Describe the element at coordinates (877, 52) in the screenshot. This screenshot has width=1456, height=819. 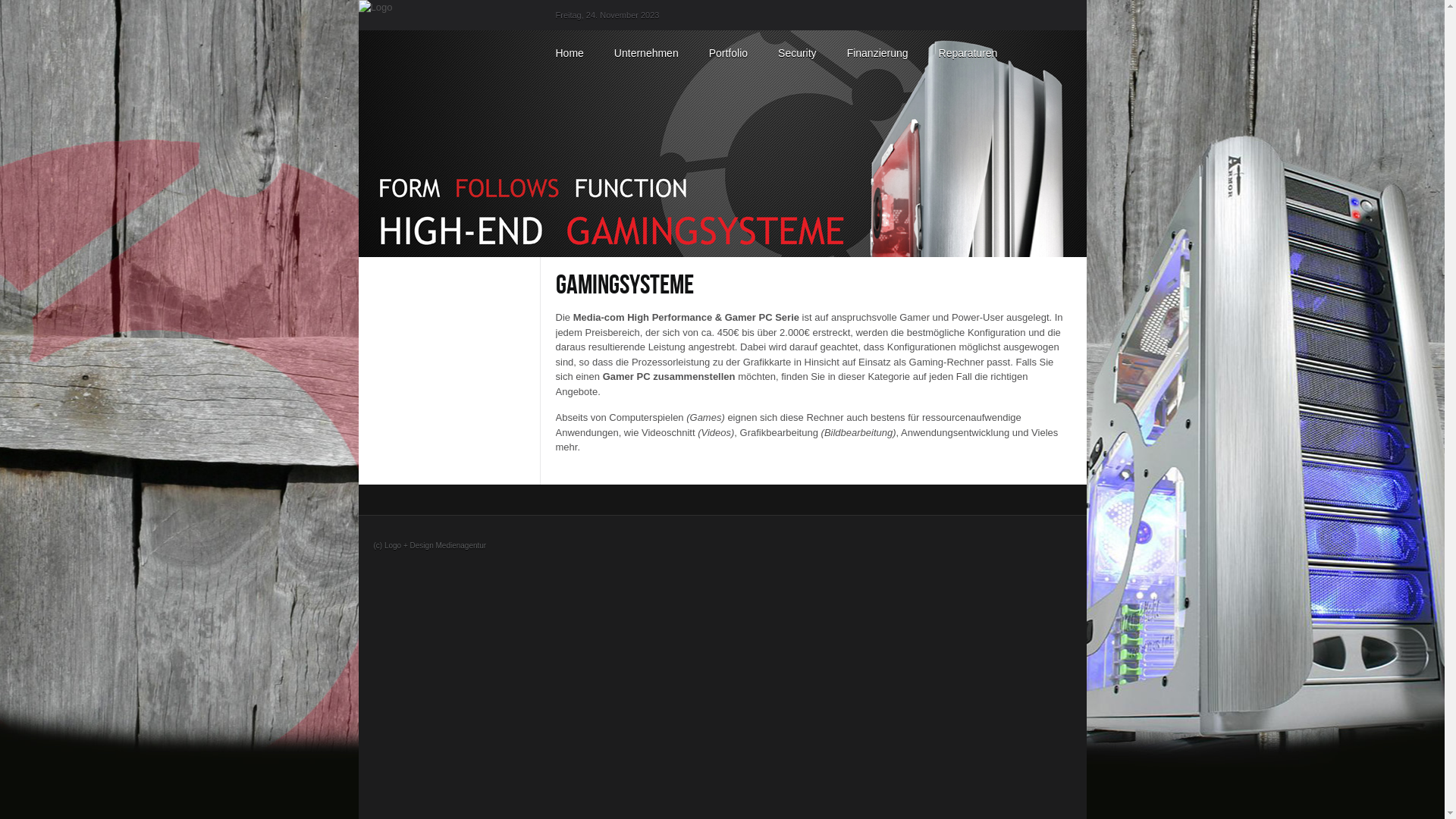
I see `'Finanzierung'` at that location.